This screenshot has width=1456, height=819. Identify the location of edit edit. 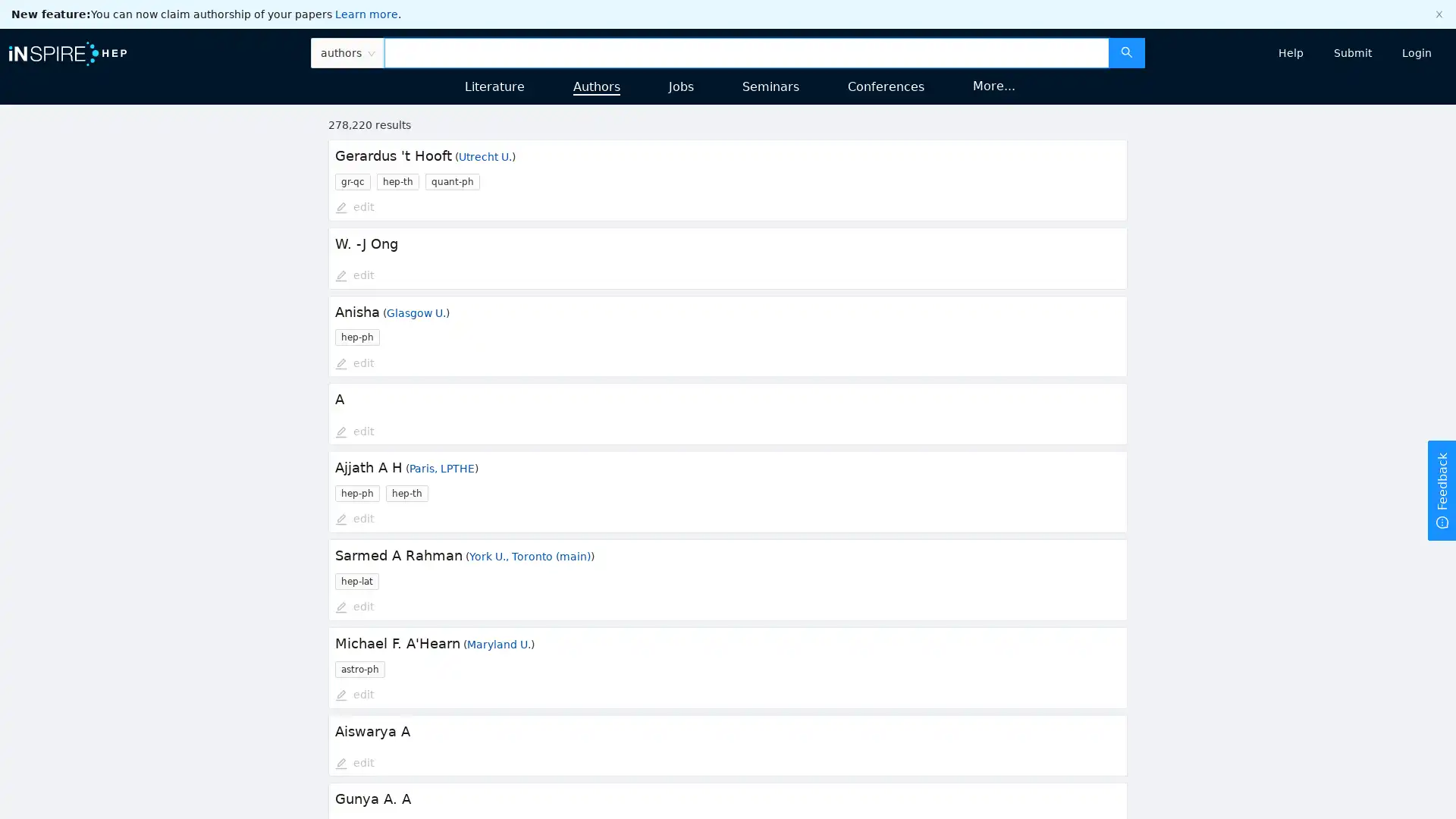
(353, 208).